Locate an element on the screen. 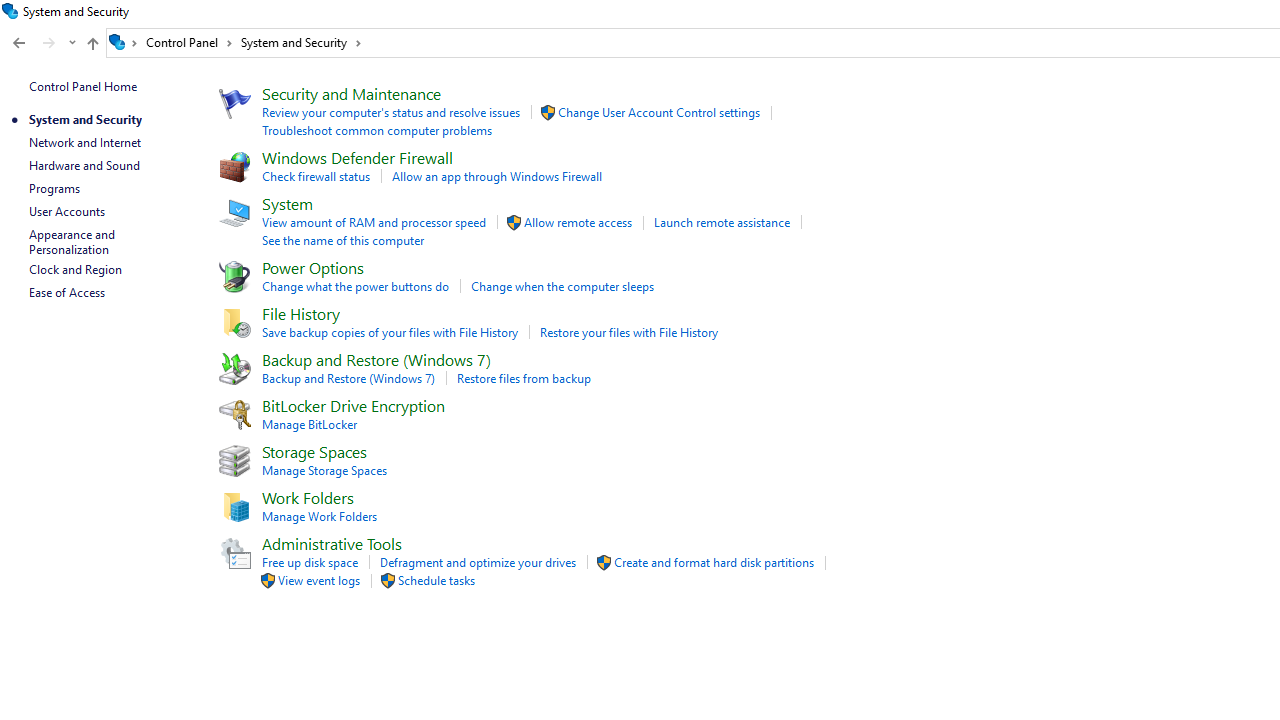 The image size is (1280, 720). 'File History' is located at coordinates (299, 313).